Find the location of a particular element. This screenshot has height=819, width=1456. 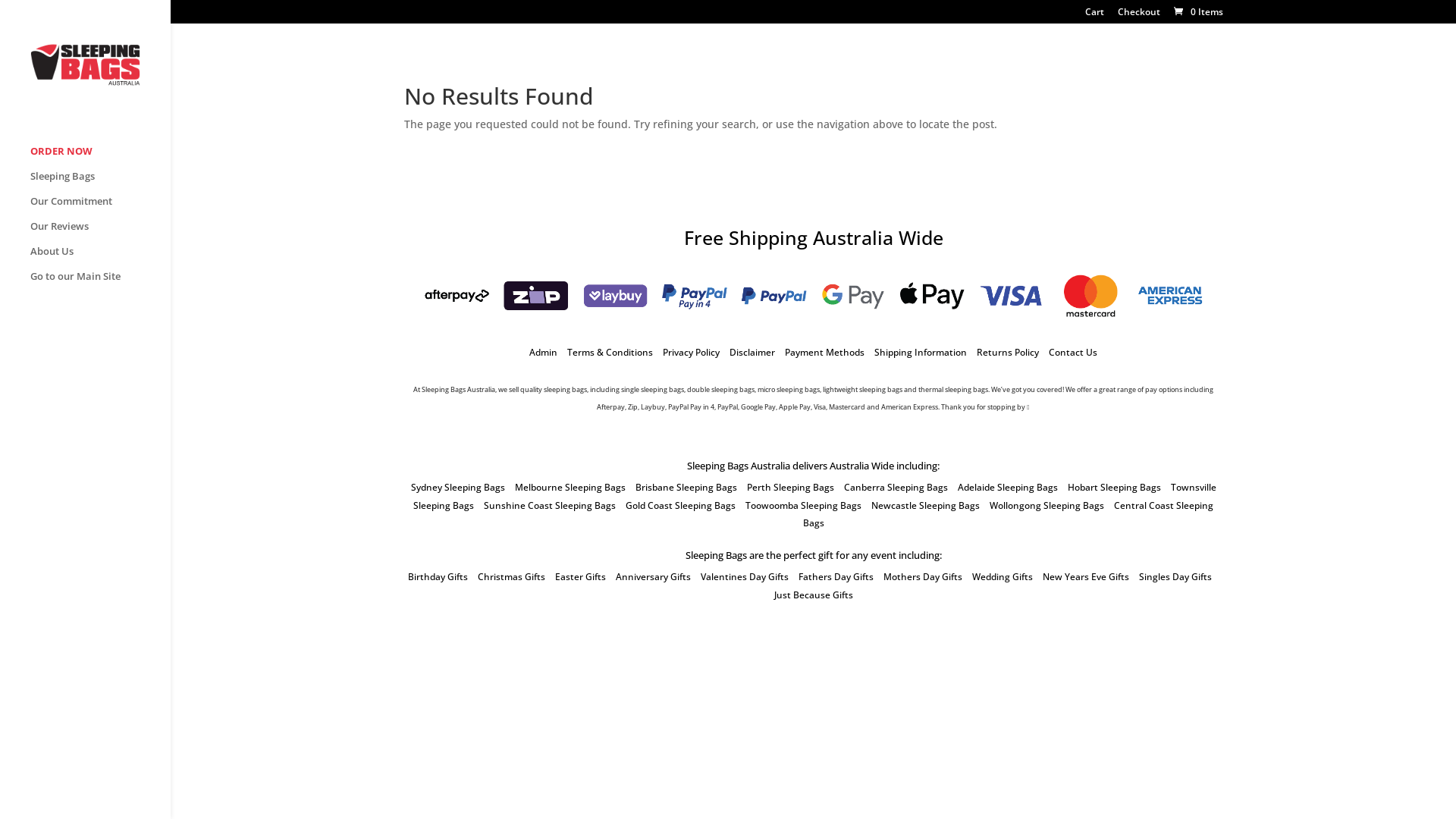

'Sleeping Bags' is located at coordinates (99, 182).